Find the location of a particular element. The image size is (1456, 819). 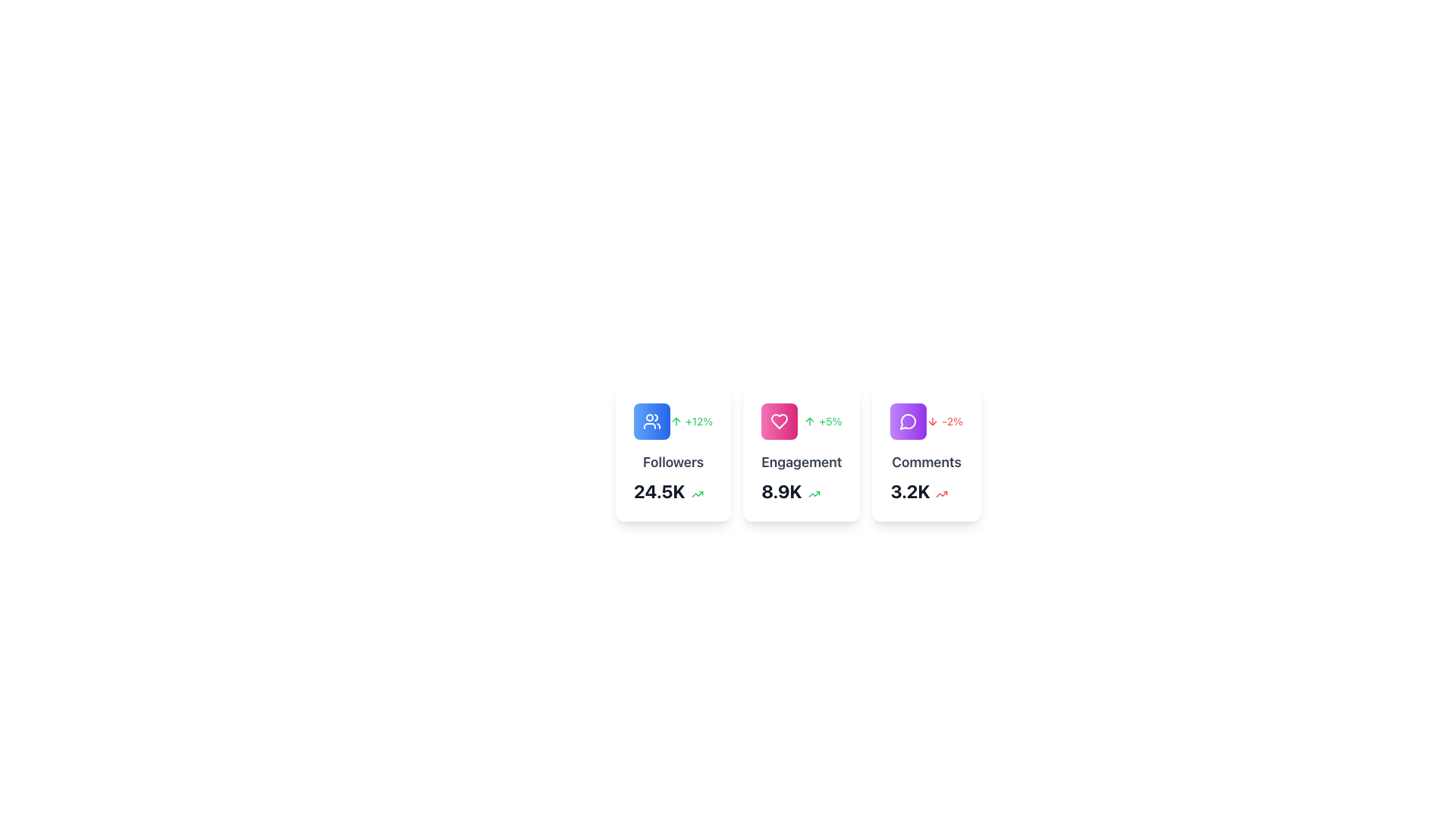

the static text label that indicates the percentage value for the 'Followers' growth metric, located to the right of an arrow icon in the leftmost card of the displayed metrics is located at coordinates (698, 421).